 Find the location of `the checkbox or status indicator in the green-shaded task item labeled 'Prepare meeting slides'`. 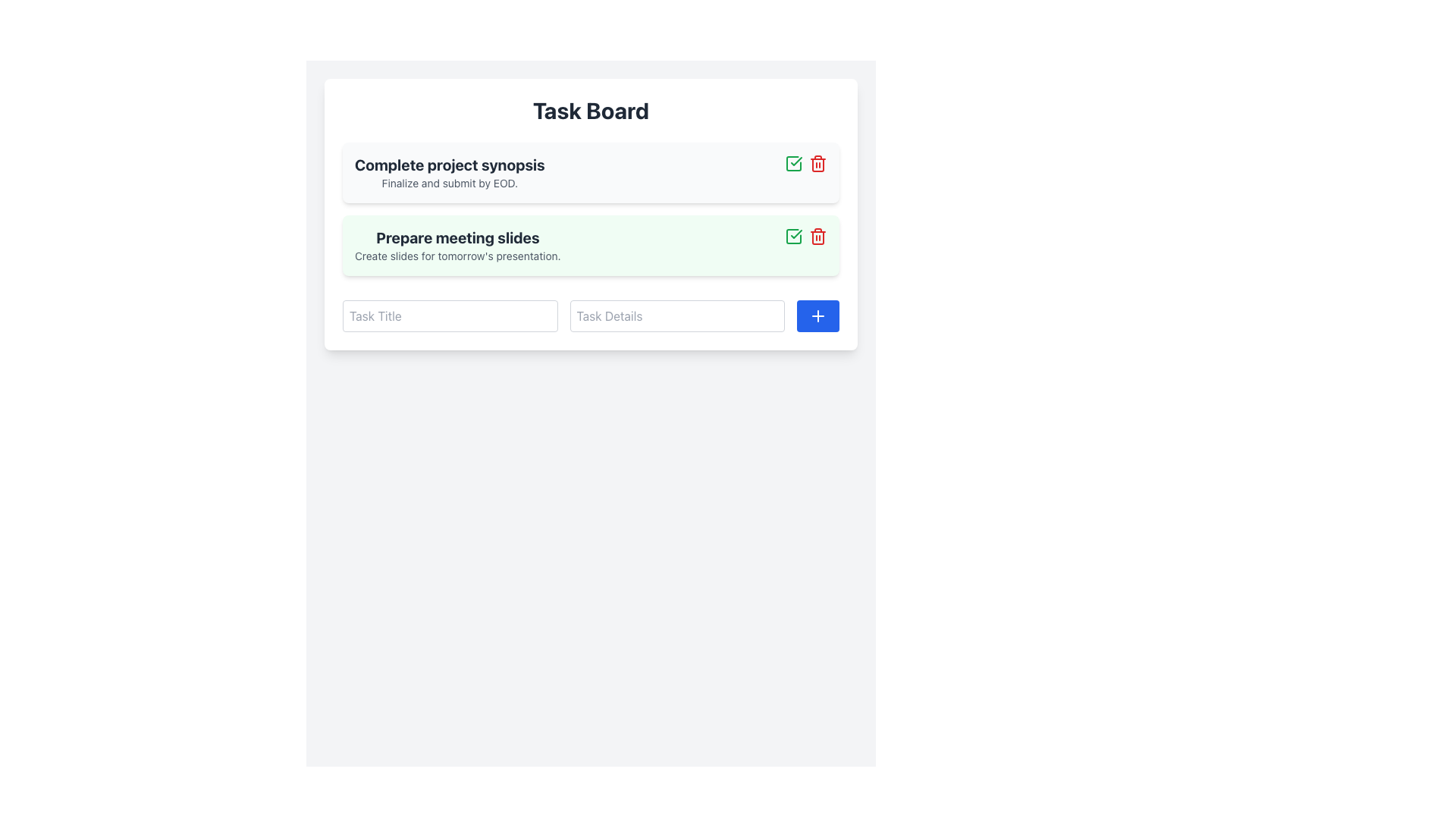

the checkbox or status indicator in the green-shaded task item labeled 'Prepare meeting slides' is located at coordinates (792, 237).